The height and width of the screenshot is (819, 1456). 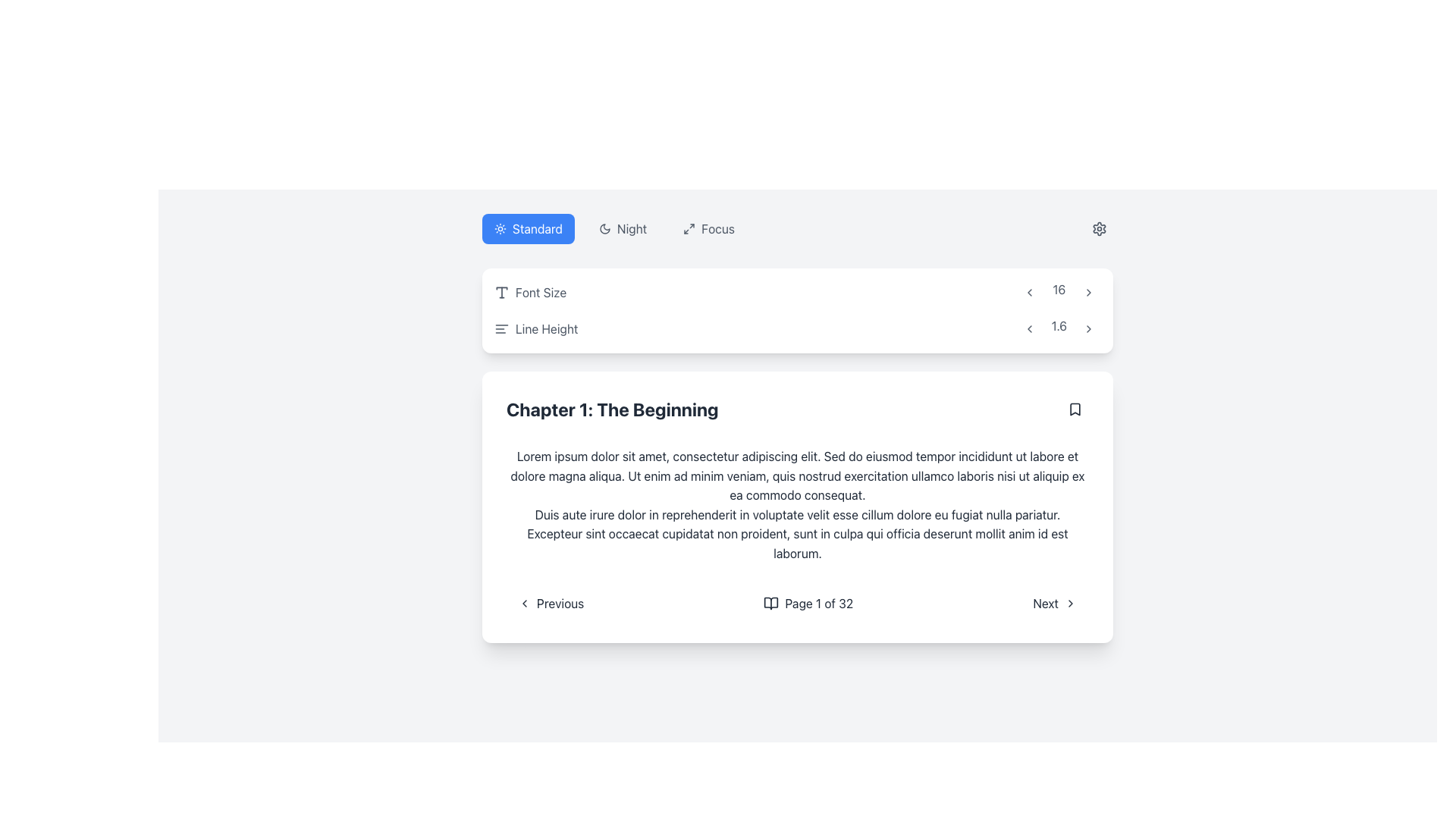 I want to click on the rightward-facing chevron icon located immediately after the text 'Next' in the bottom-right corner of the central card interface, so click(x=1069, y=601).